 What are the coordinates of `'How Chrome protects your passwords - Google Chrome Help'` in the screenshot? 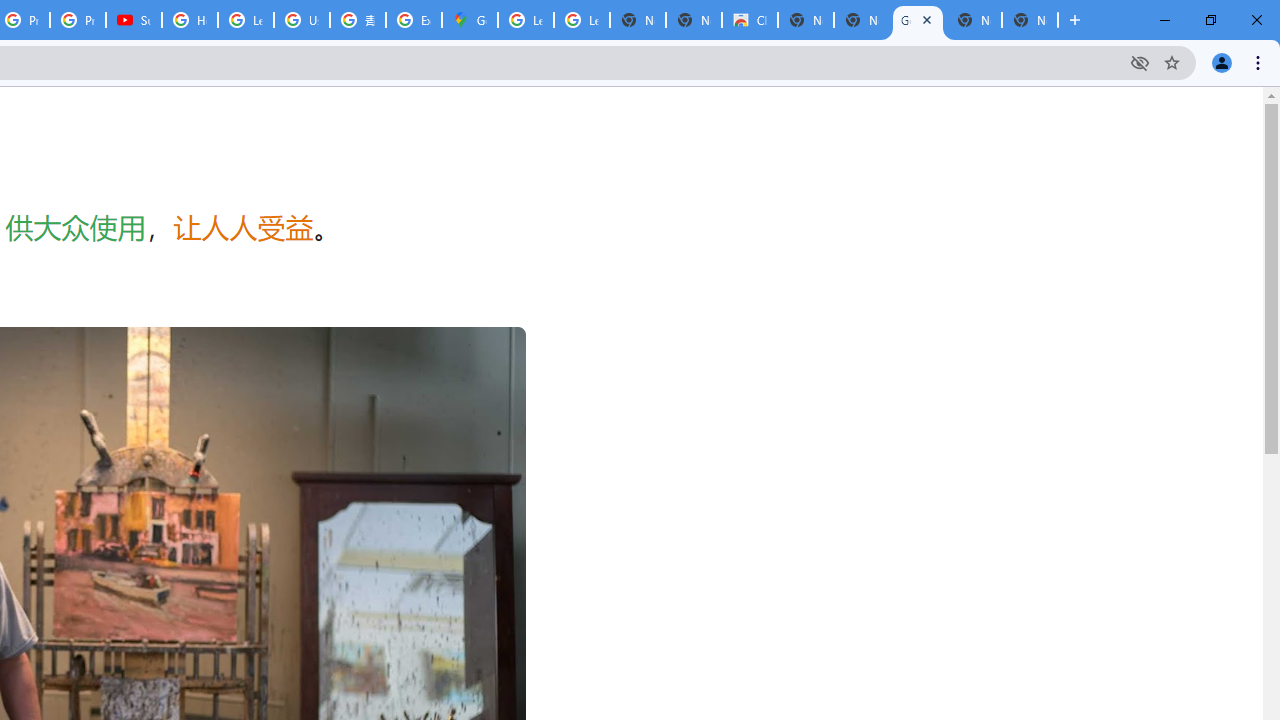 It's located at (190, 20).